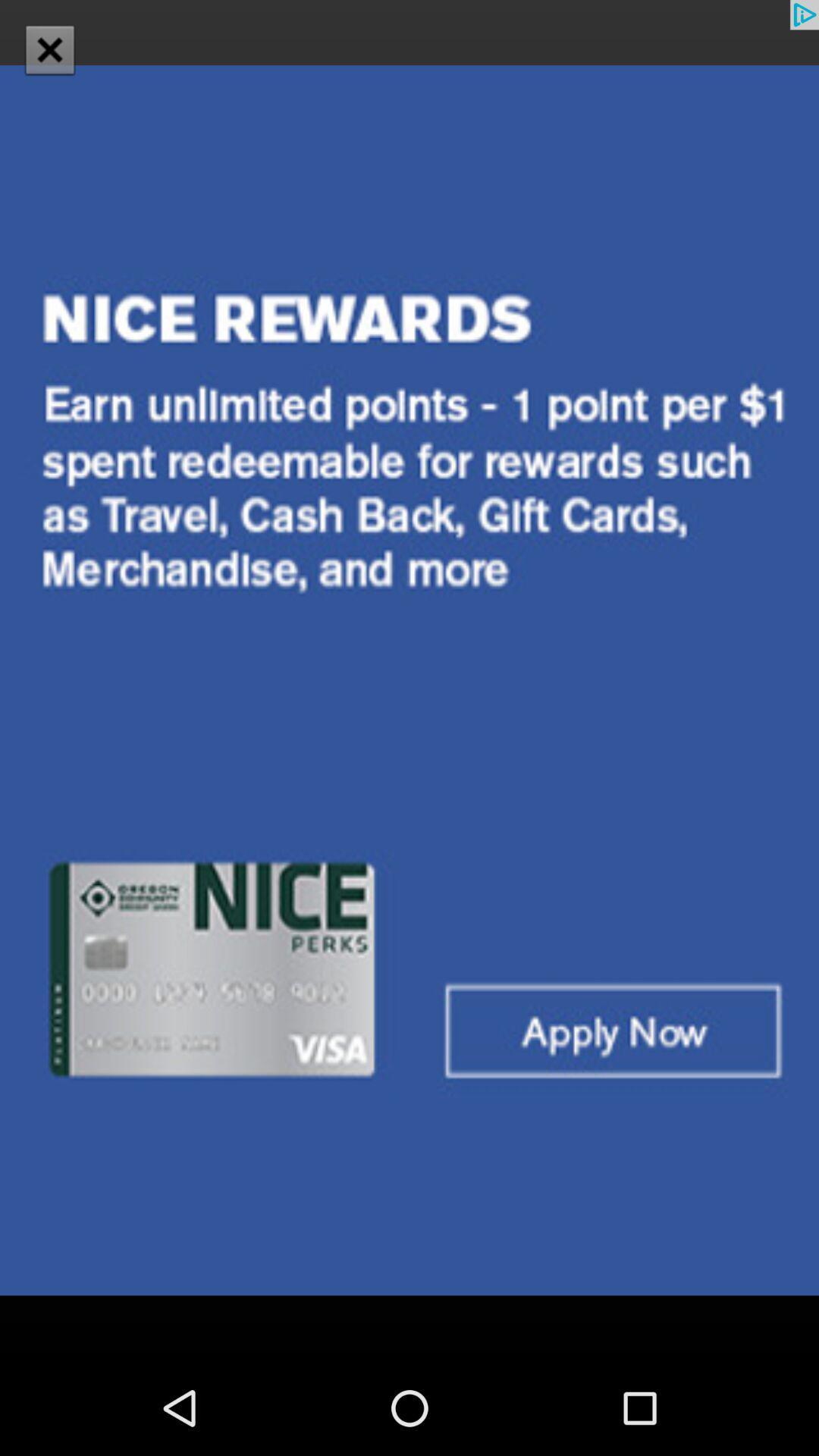  Describe the element at coordinates (49, 53) in the screenshot. I see `the close icon` at that location.